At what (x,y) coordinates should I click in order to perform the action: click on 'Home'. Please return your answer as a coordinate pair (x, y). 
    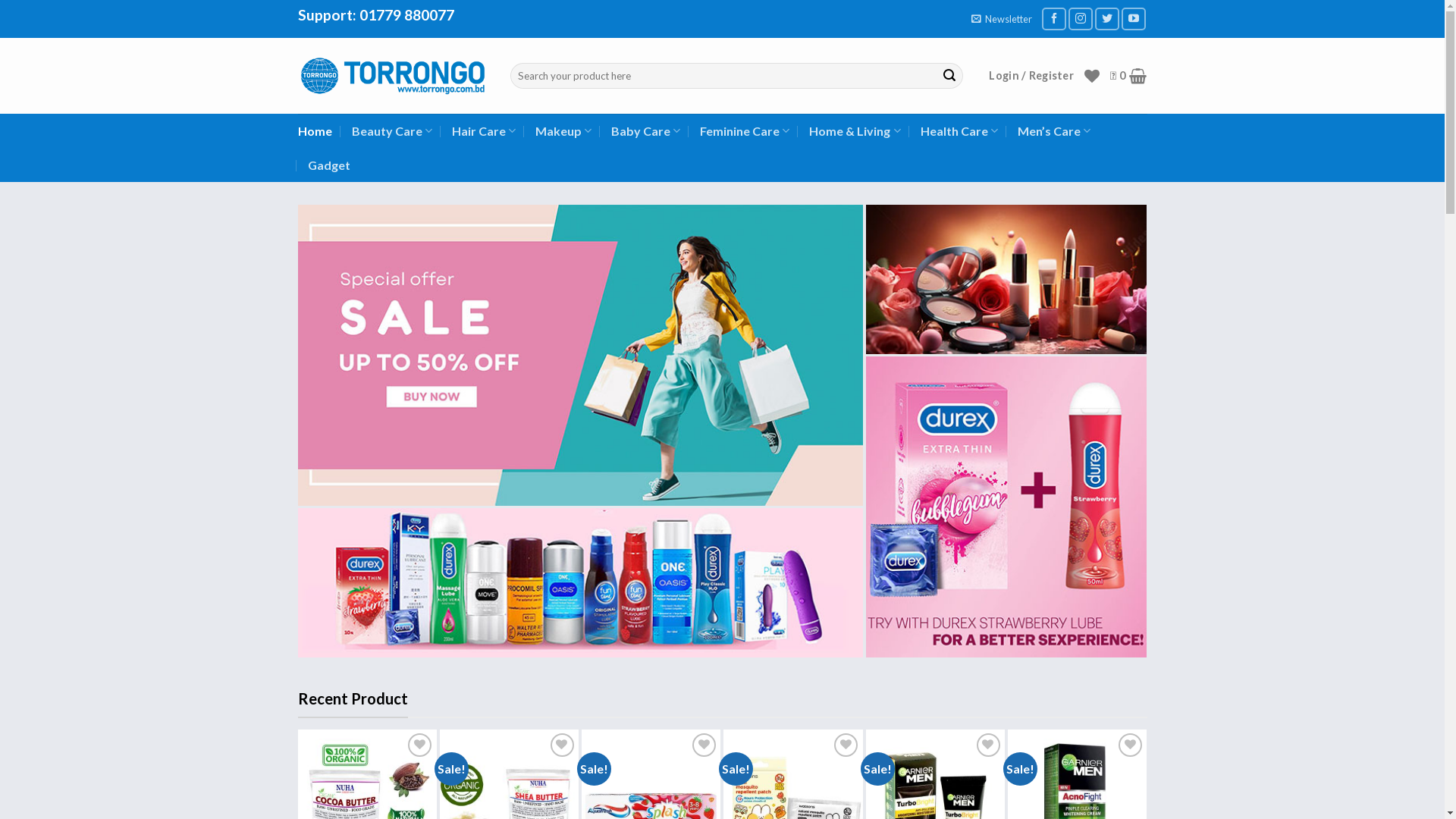
    Looking at the image, I should click on (313, 130).